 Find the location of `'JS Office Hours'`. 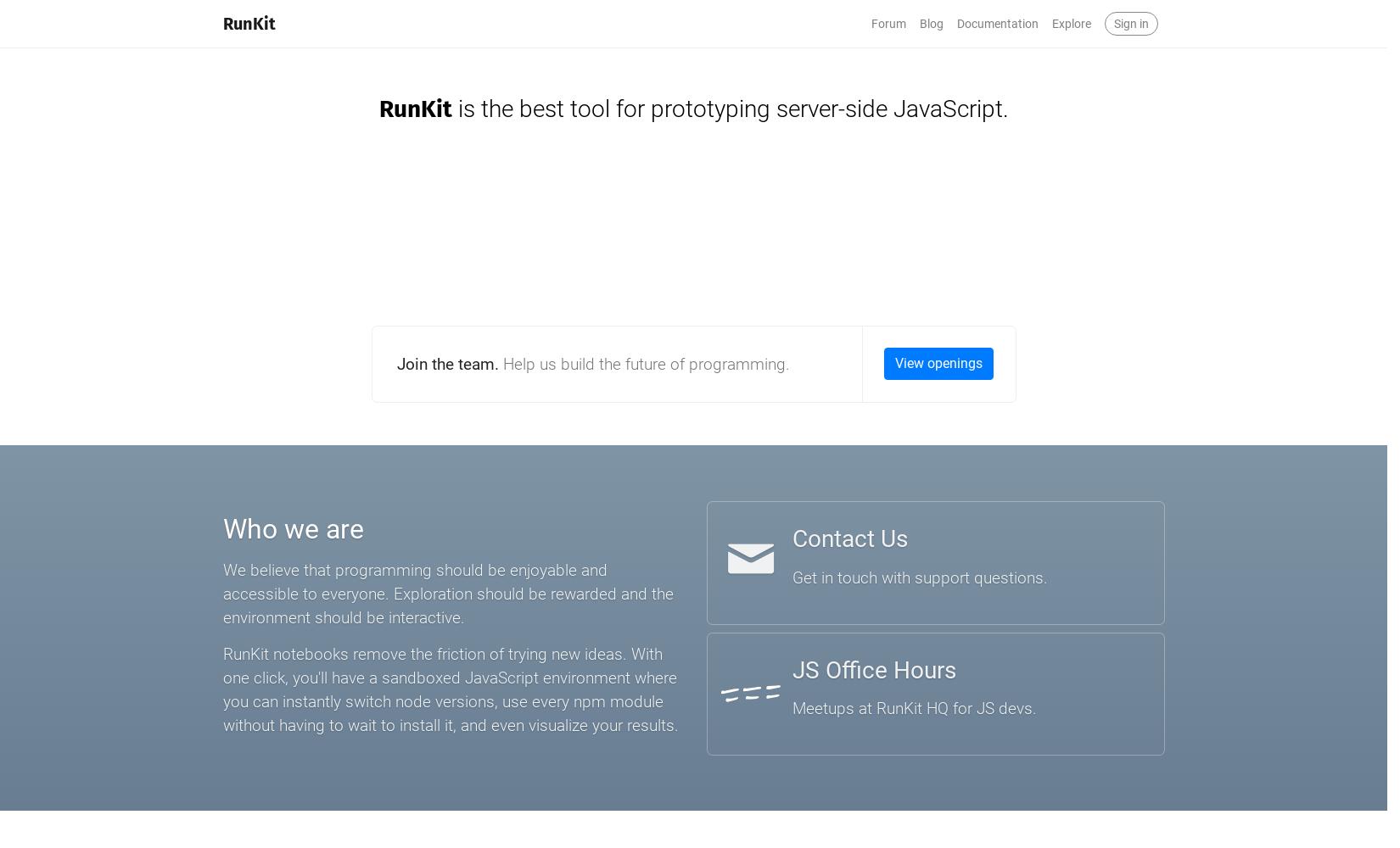

'JS Office Hours' is located at coordinates (873, 669).